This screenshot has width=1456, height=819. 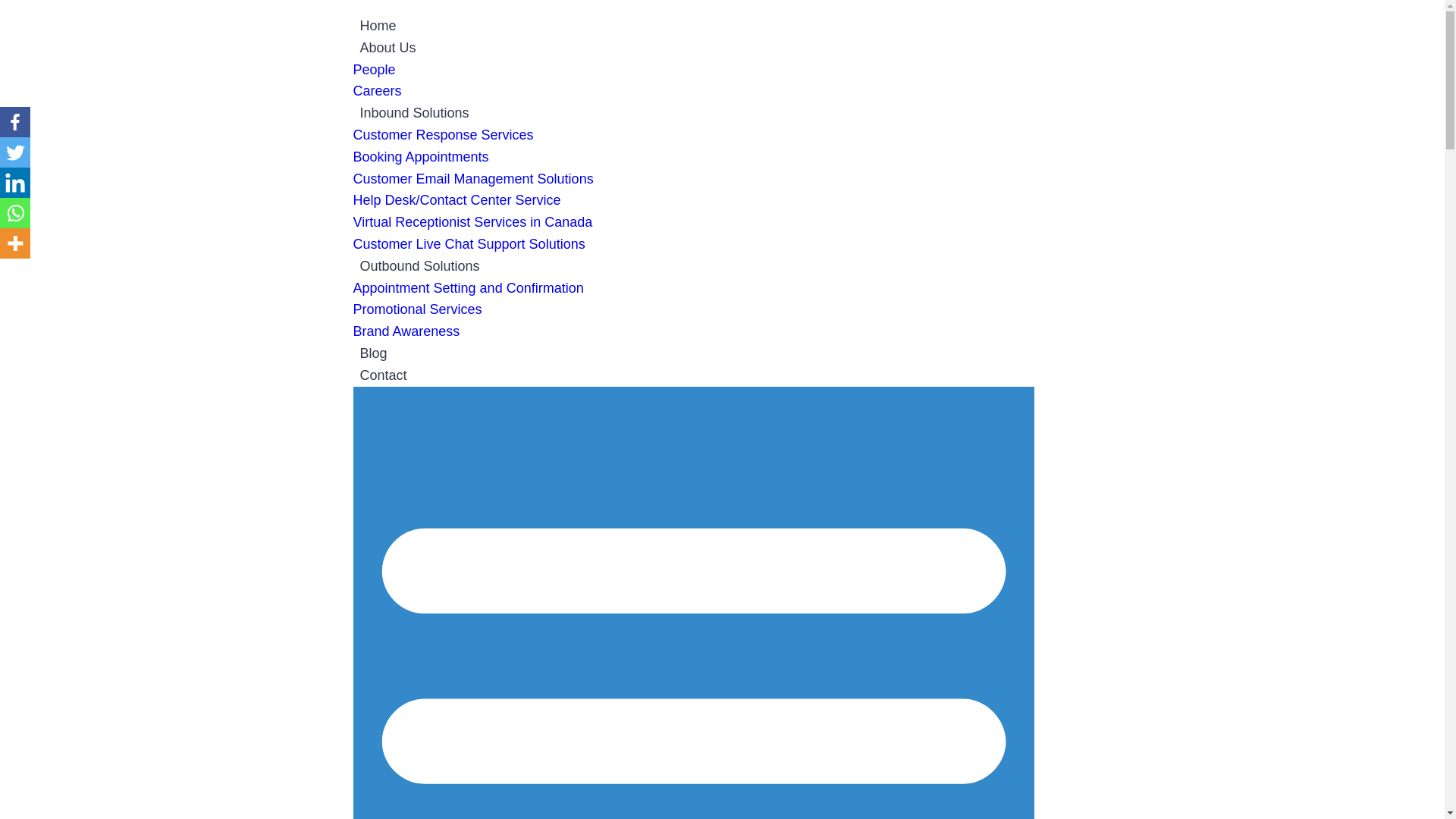 I want to click on 'More', so click(x=14, y=242).